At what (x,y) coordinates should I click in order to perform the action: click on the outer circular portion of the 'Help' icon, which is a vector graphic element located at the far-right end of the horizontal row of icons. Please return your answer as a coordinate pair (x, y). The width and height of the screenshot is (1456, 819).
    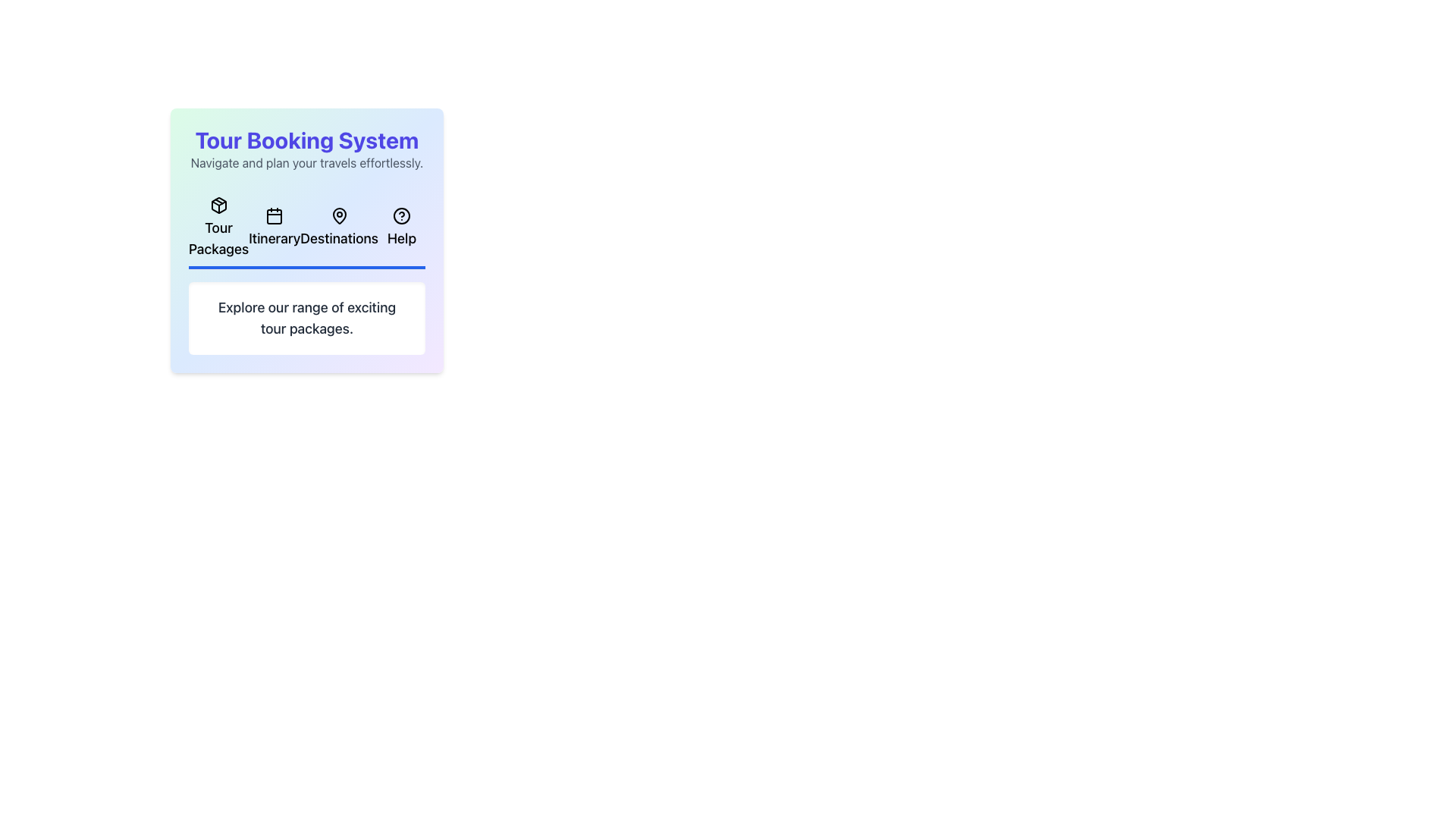
    Looking at the image, I should click on (401, 216).